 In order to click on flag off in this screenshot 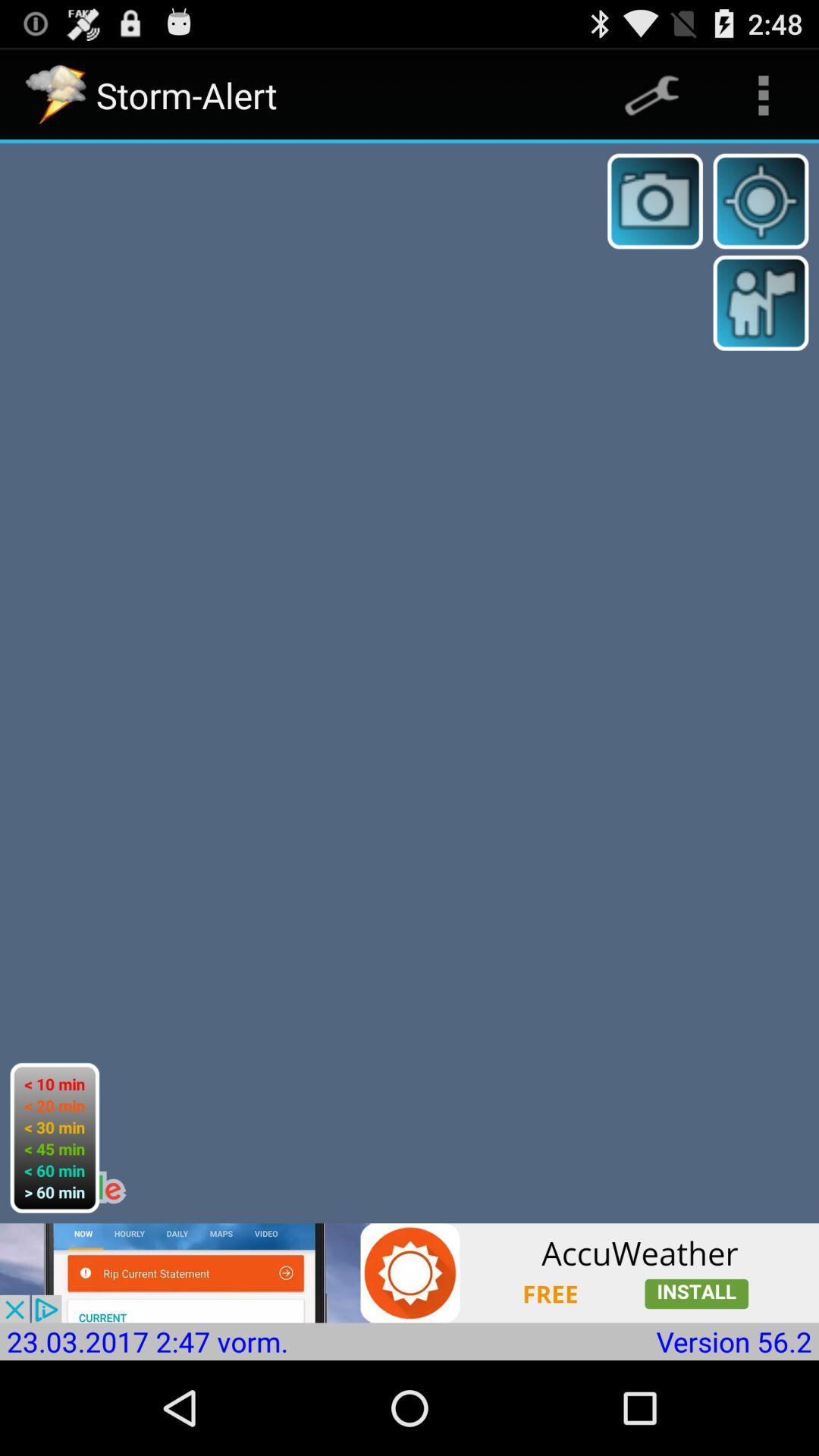, I will do `click(761, 303)`.